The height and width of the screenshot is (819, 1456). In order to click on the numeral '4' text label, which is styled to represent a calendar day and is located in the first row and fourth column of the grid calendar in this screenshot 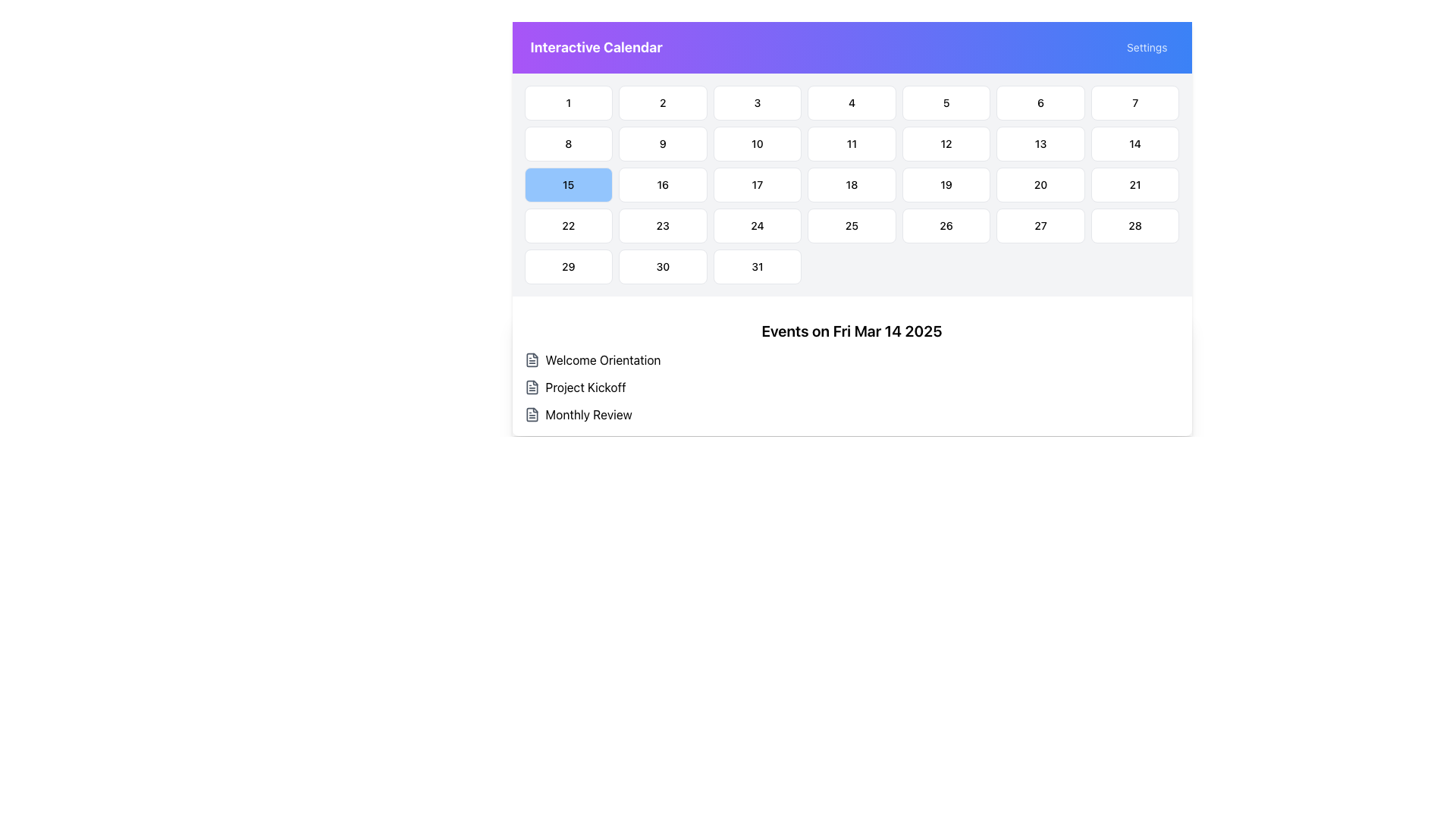, I will do `click(852, 102)`.